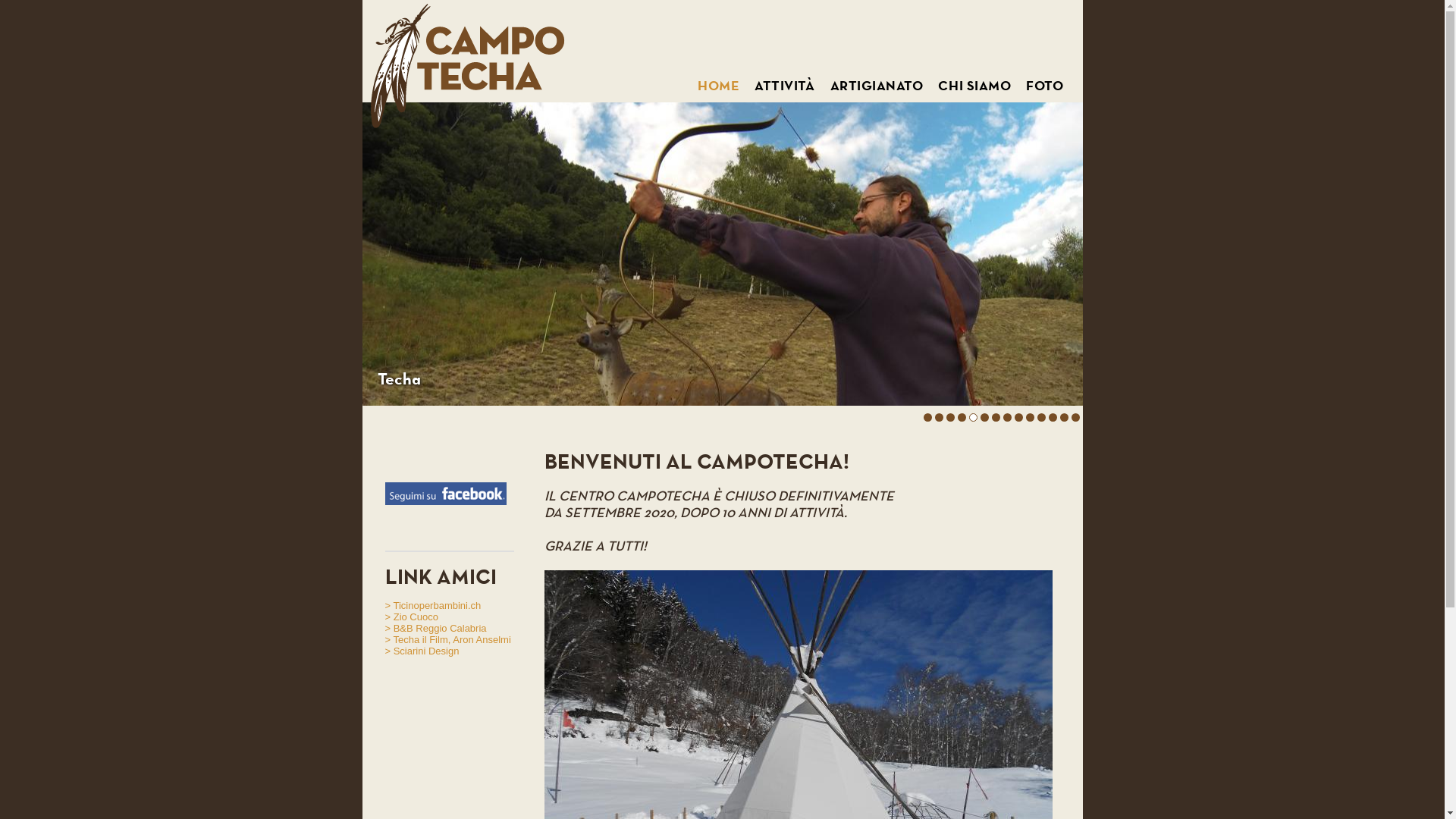 The image size is (1456, 819). What do you see at coordinates (993, 419) in the screenshot?
I see `'7'` at bounding box center [993, 419].